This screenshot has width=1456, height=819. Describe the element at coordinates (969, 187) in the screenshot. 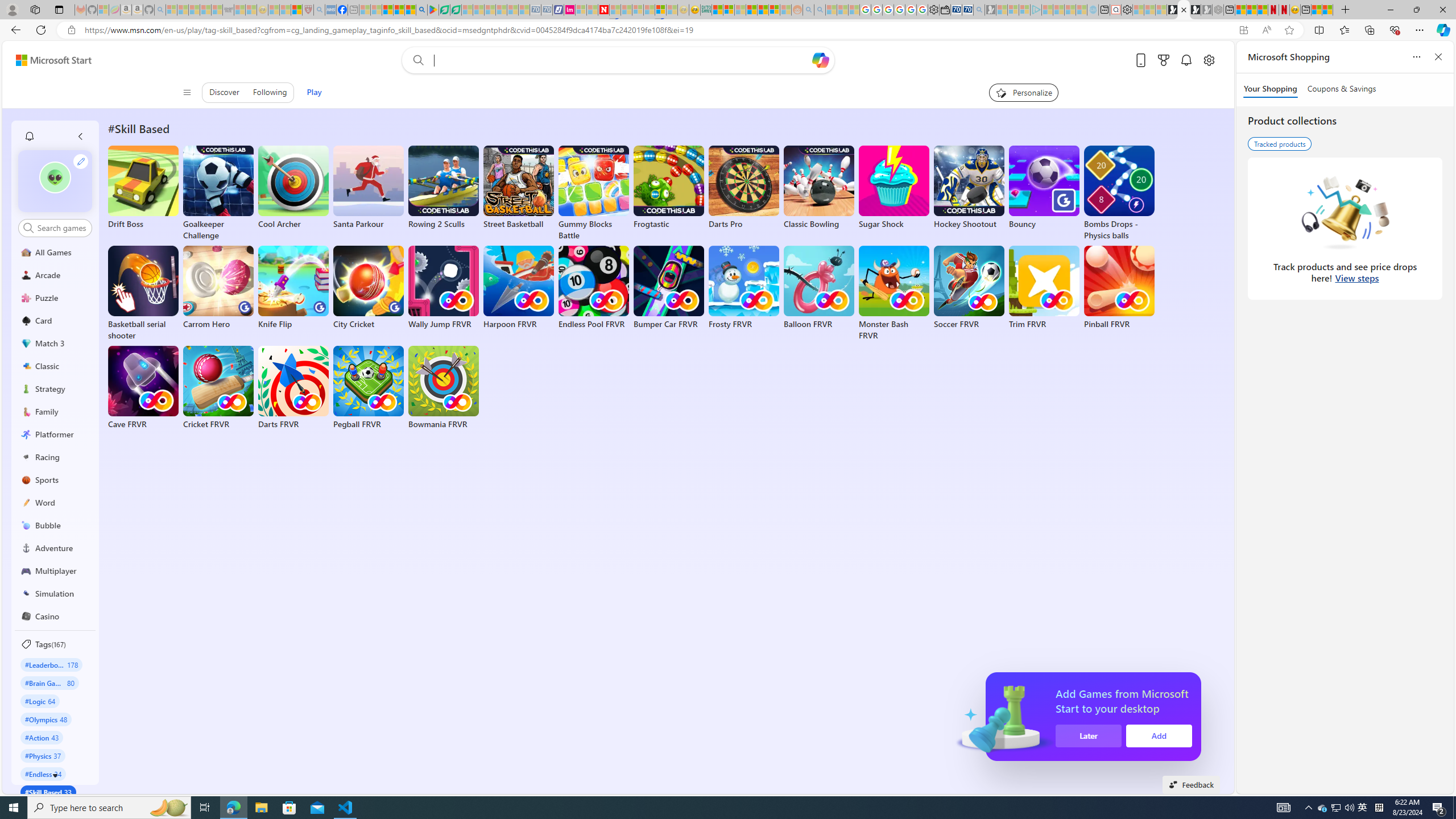

I see `'Hockey Shootout'` at that location.